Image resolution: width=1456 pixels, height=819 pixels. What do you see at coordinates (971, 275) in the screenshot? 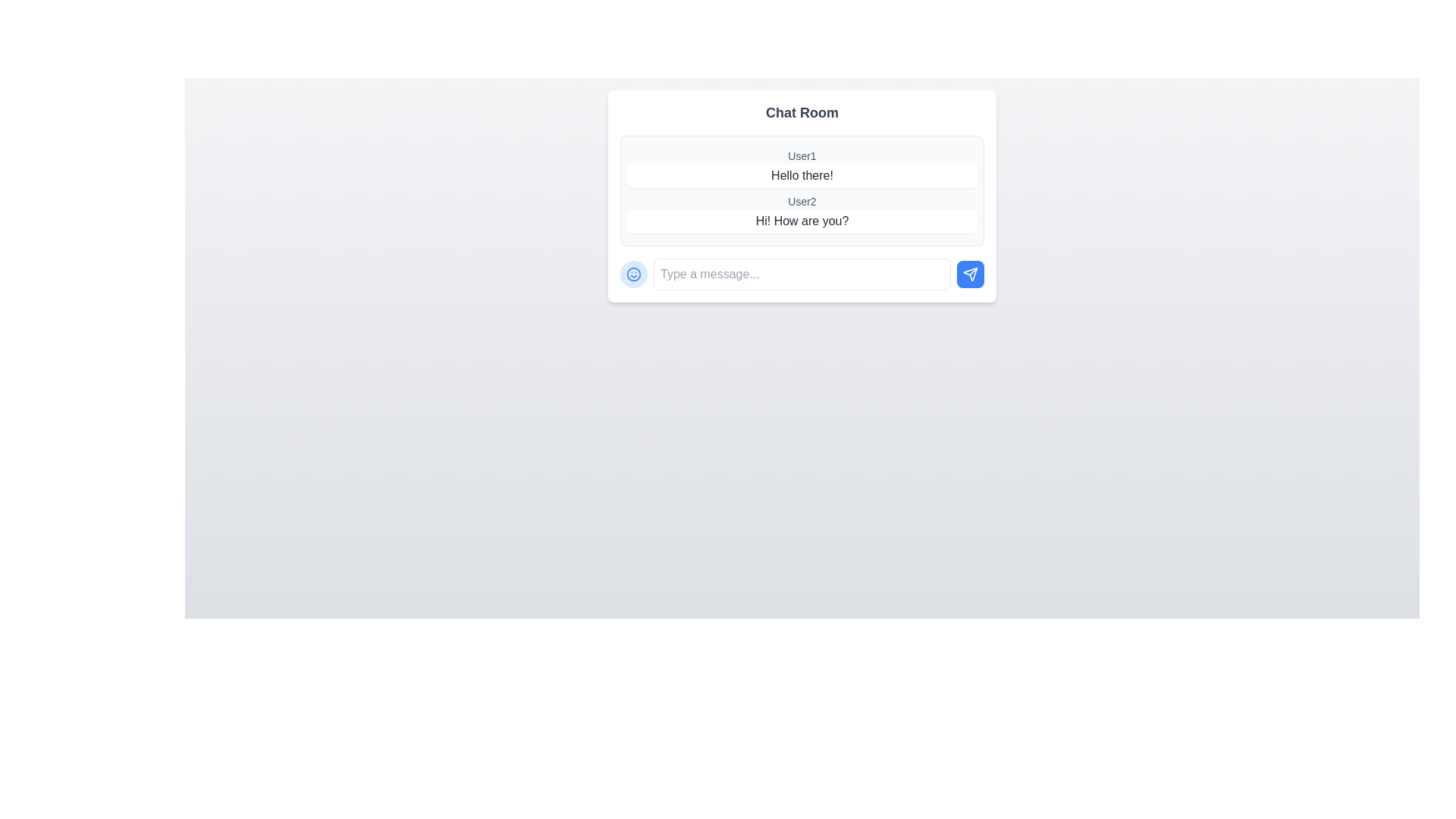
I see `the 'send' icon button, which is represented by a triangular paper plane within a blue circular button located at the bottom-right corner of the chat input field` at bounding box center [971, 275].